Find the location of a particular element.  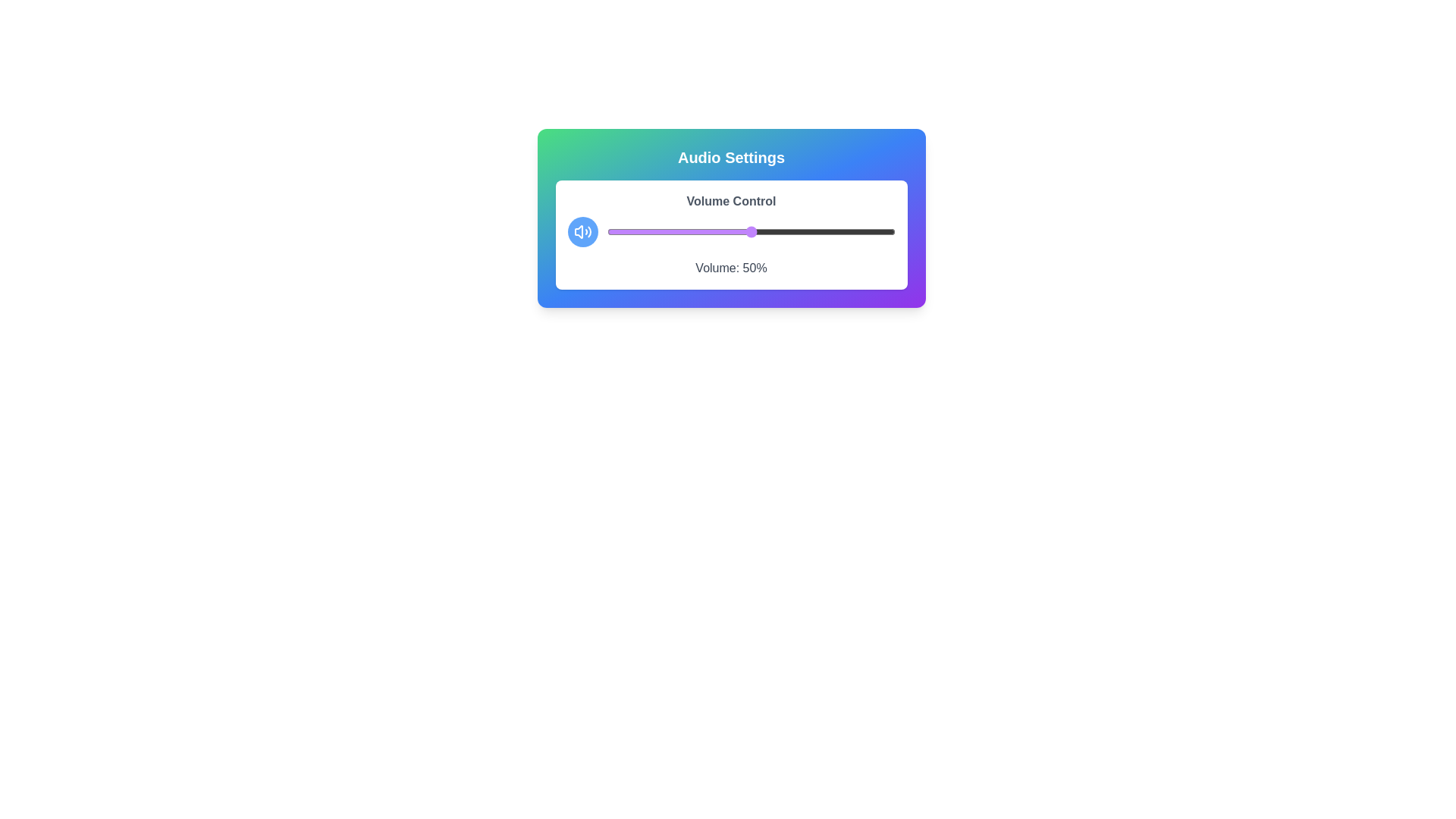

volume is located at coordinates (833, 231).